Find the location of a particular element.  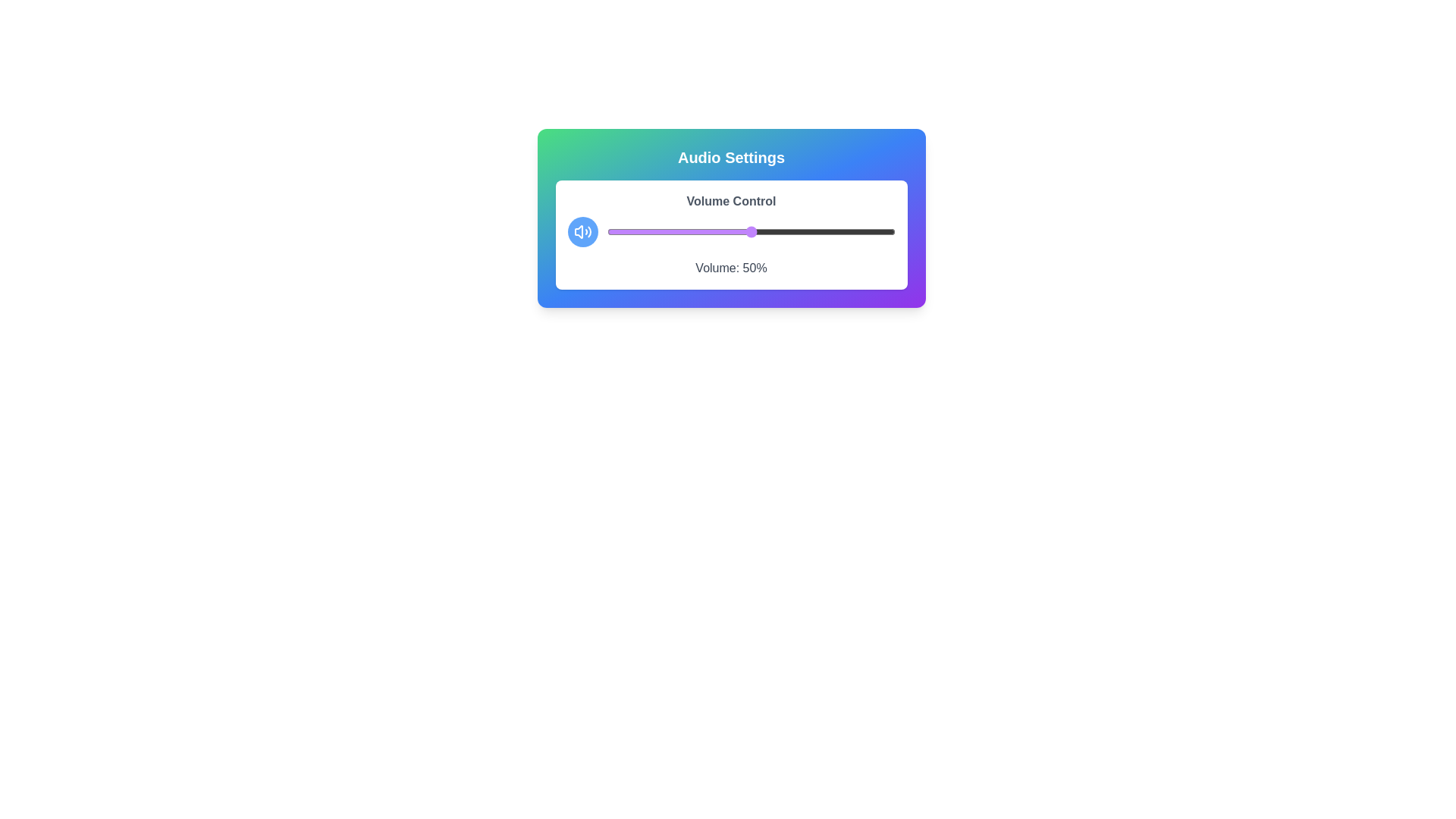

volume is located at coordinates (833, 231).